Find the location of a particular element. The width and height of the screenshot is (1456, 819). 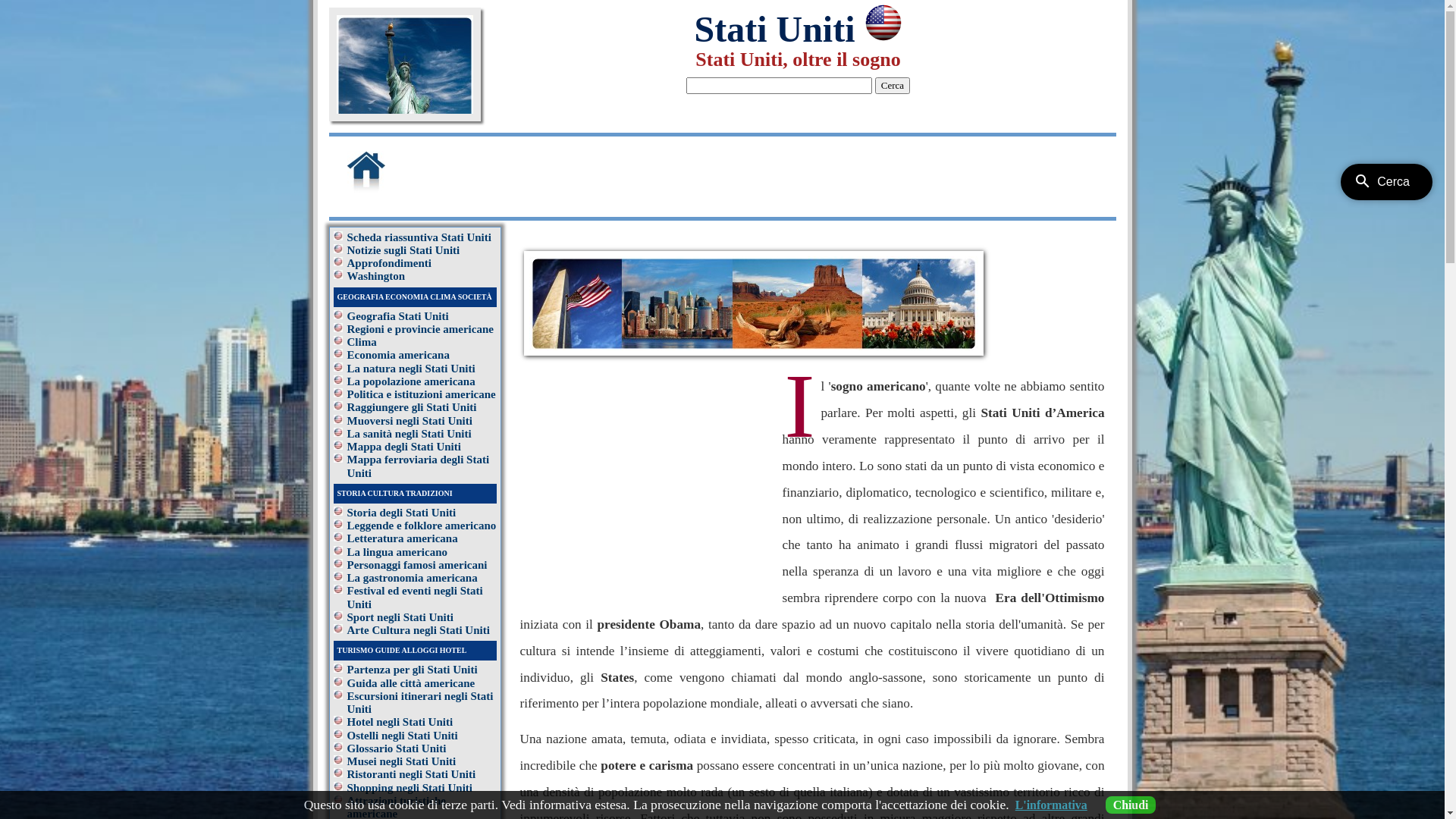

'Advertisement' is located at coordinates (486, 171).